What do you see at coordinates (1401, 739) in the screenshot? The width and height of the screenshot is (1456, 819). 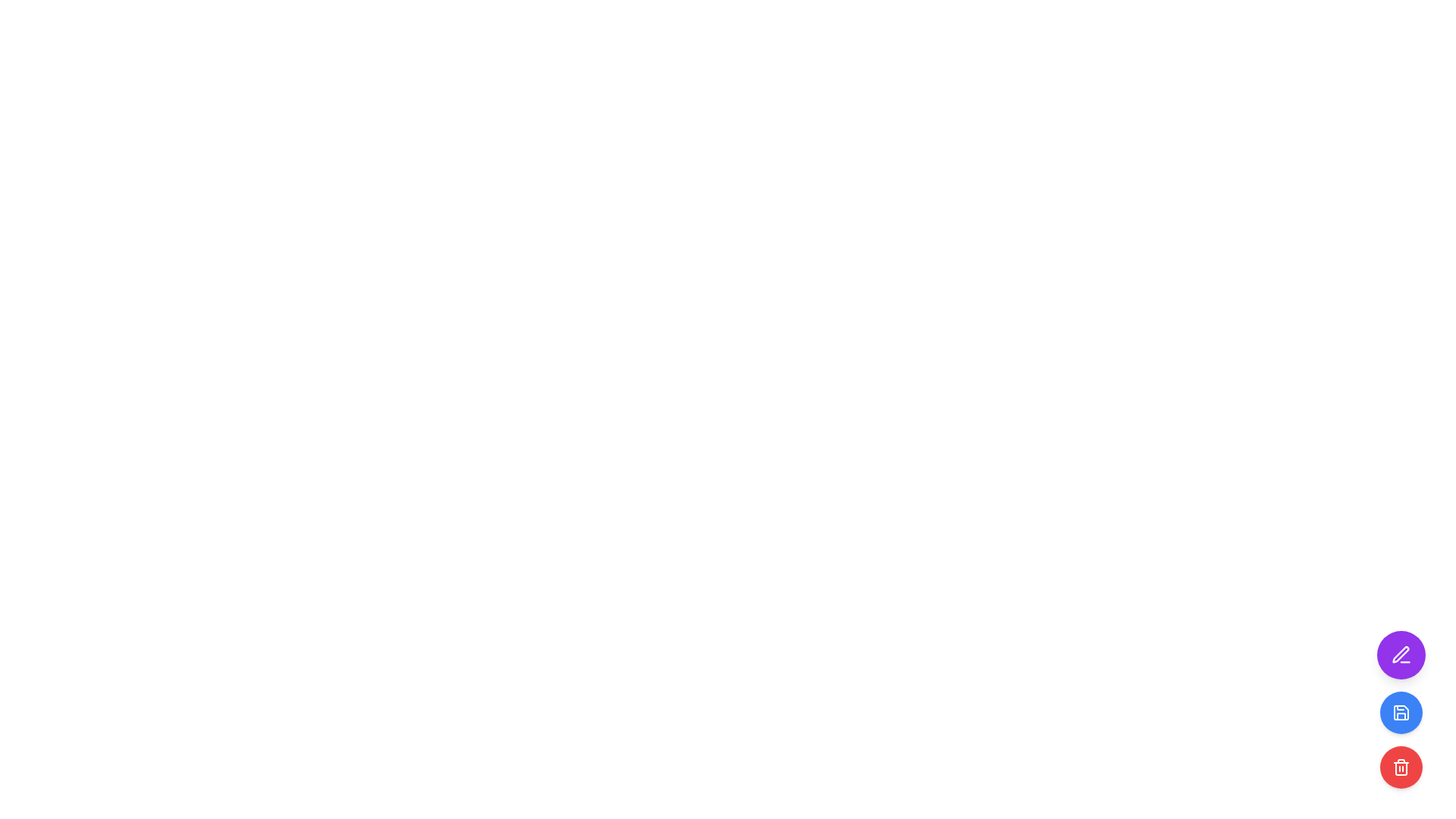 I see `the blue save button within the button group located beneath the purple edit button on the right side of the interface` at bounding box center [1401, 739].